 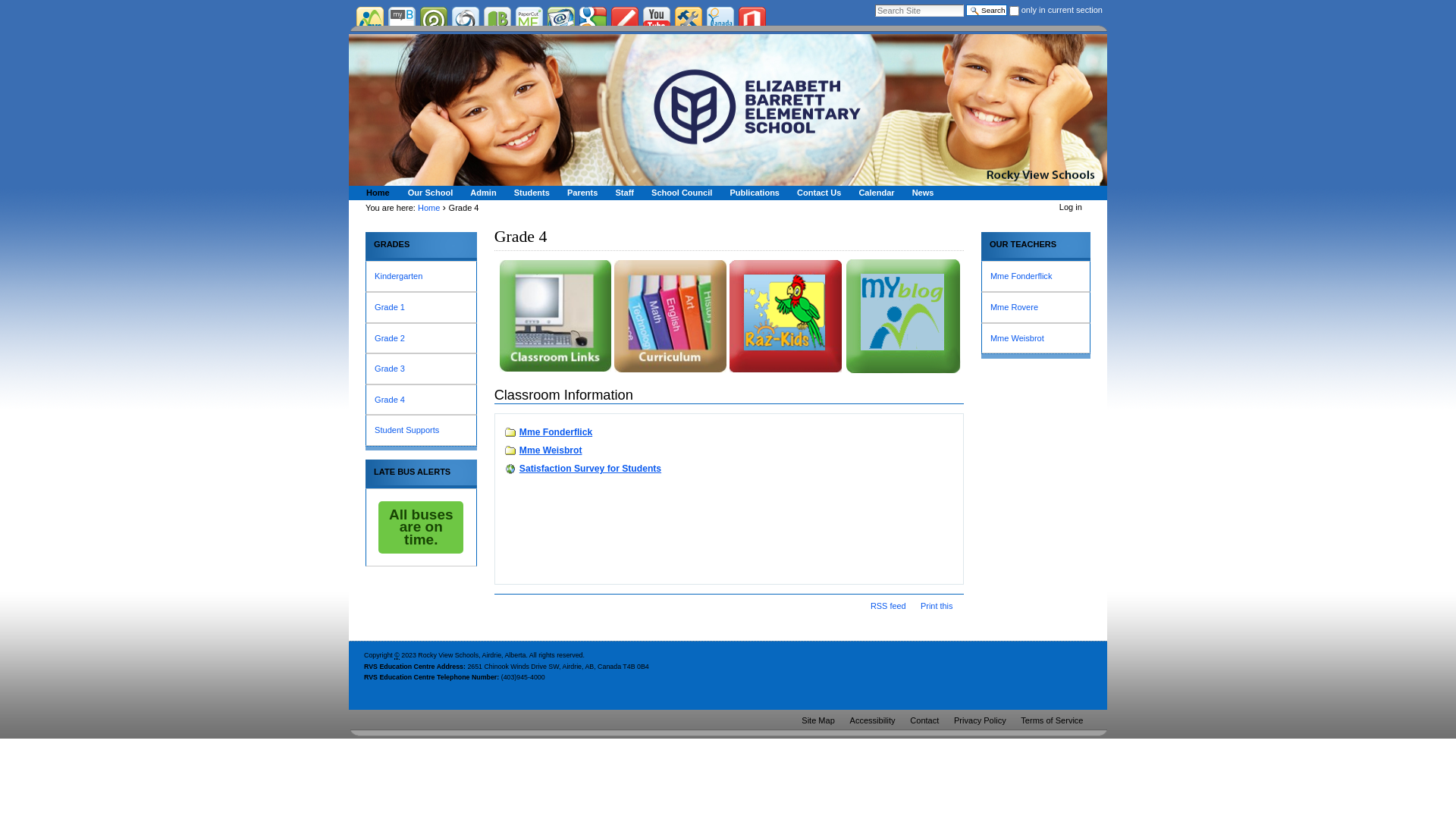 What do you see at coordinates (902, 315) in the screenshot?
I see `'MyBlog'` at bounding box center [902, 315].